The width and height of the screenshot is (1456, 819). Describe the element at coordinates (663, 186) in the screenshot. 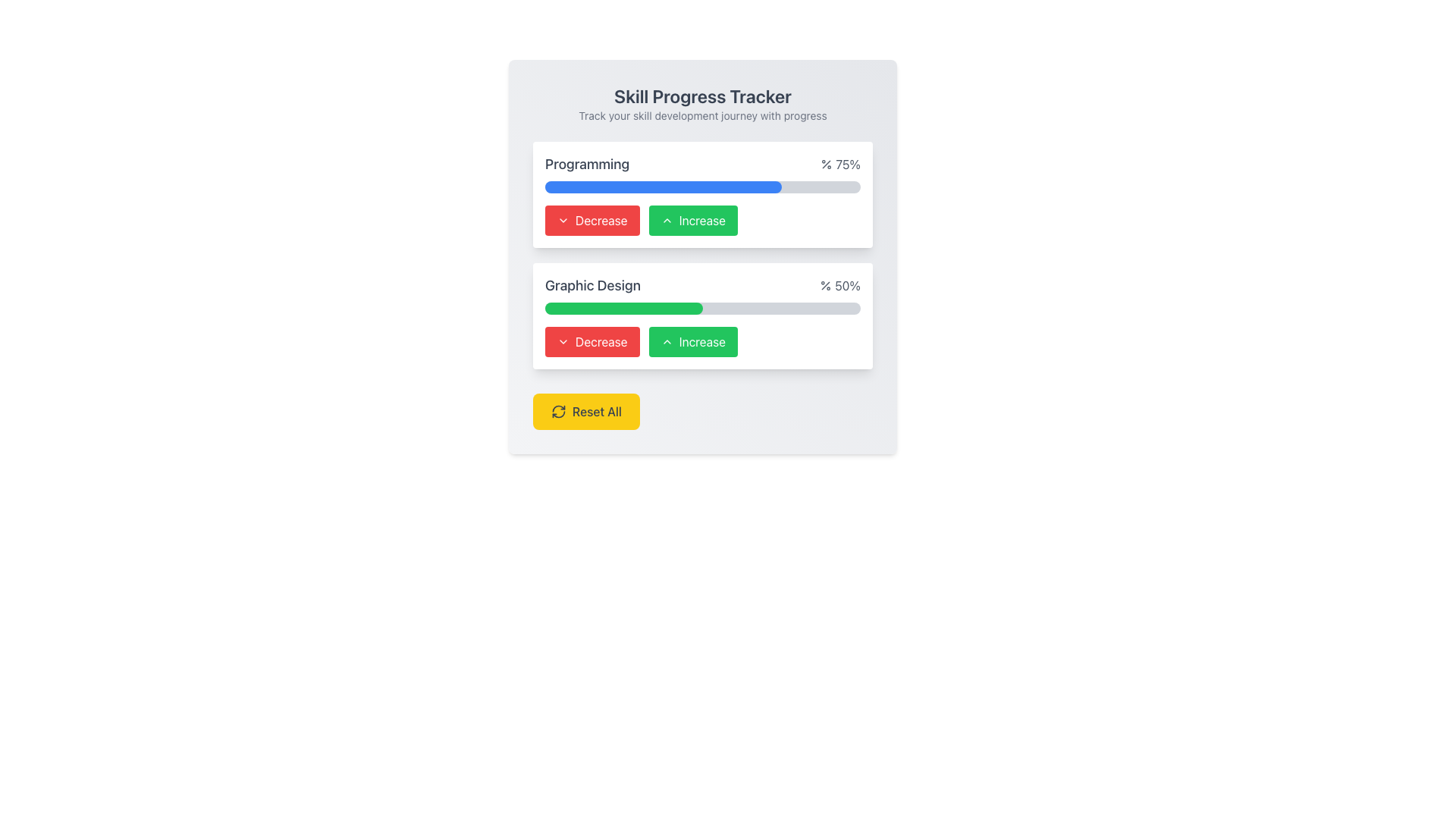

I see `the progress bar that visually represents 75% completion, located within the 'Programming' section above the 'Decrease' and 'Increase' buttons` at that location.